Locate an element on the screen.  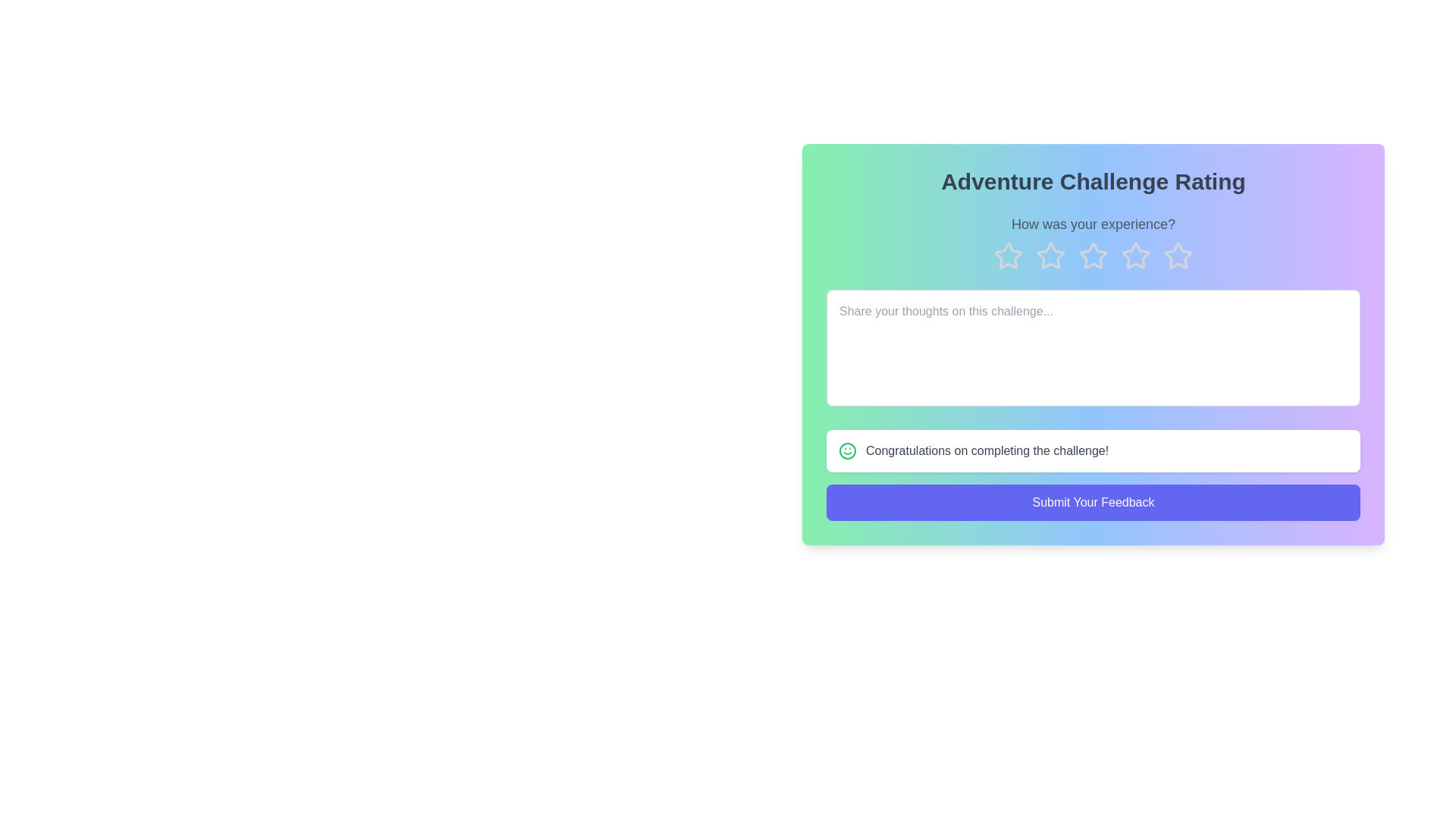
the fourth star-shaped icon in the row of five gray stars, located under the text 'How was your experience?', to trigger the enlarge effect is located at coordinates (1135, 256).